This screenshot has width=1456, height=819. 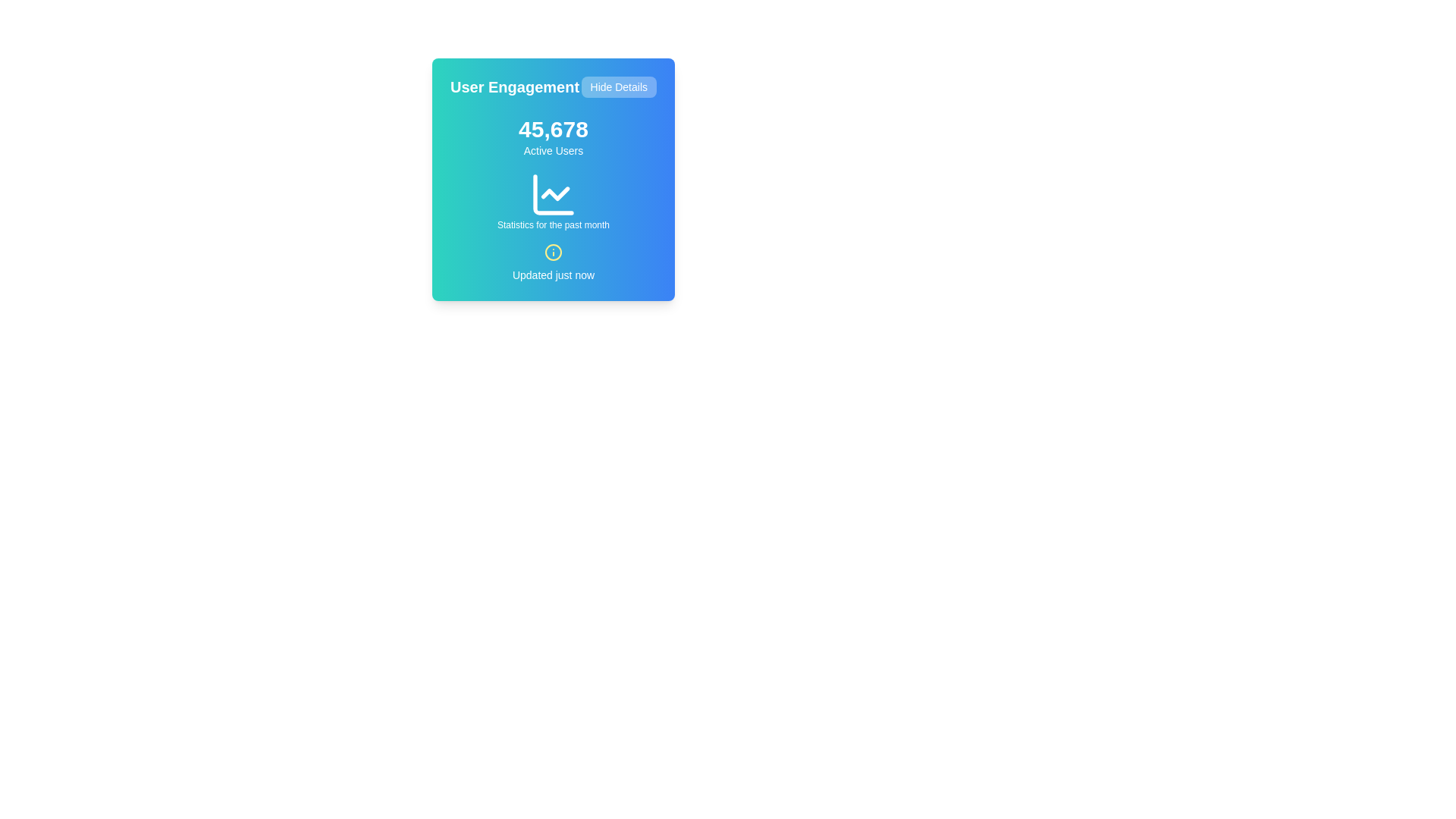 What do you see at coordinates (552, 262) in the screenshot?
I see `the Informative label displaying 'Updated just now', located below the 'Statistics for the past month' text within the 'User Engagement' card` at bounding box center [552, 262].